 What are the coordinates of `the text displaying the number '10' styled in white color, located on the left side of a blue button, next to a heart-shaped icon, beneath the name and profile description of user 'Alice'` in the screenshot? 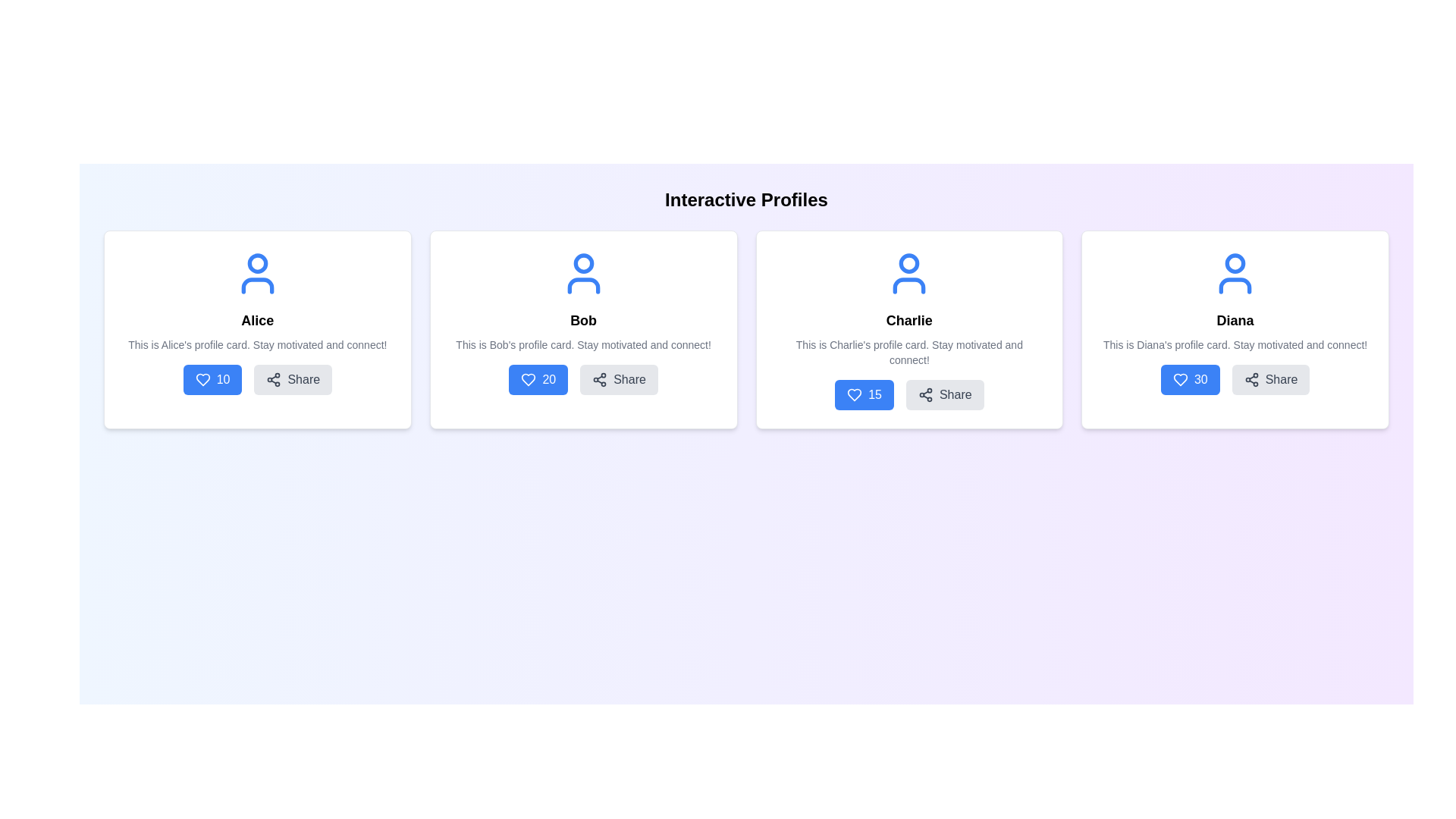 It's located at (222, 379).